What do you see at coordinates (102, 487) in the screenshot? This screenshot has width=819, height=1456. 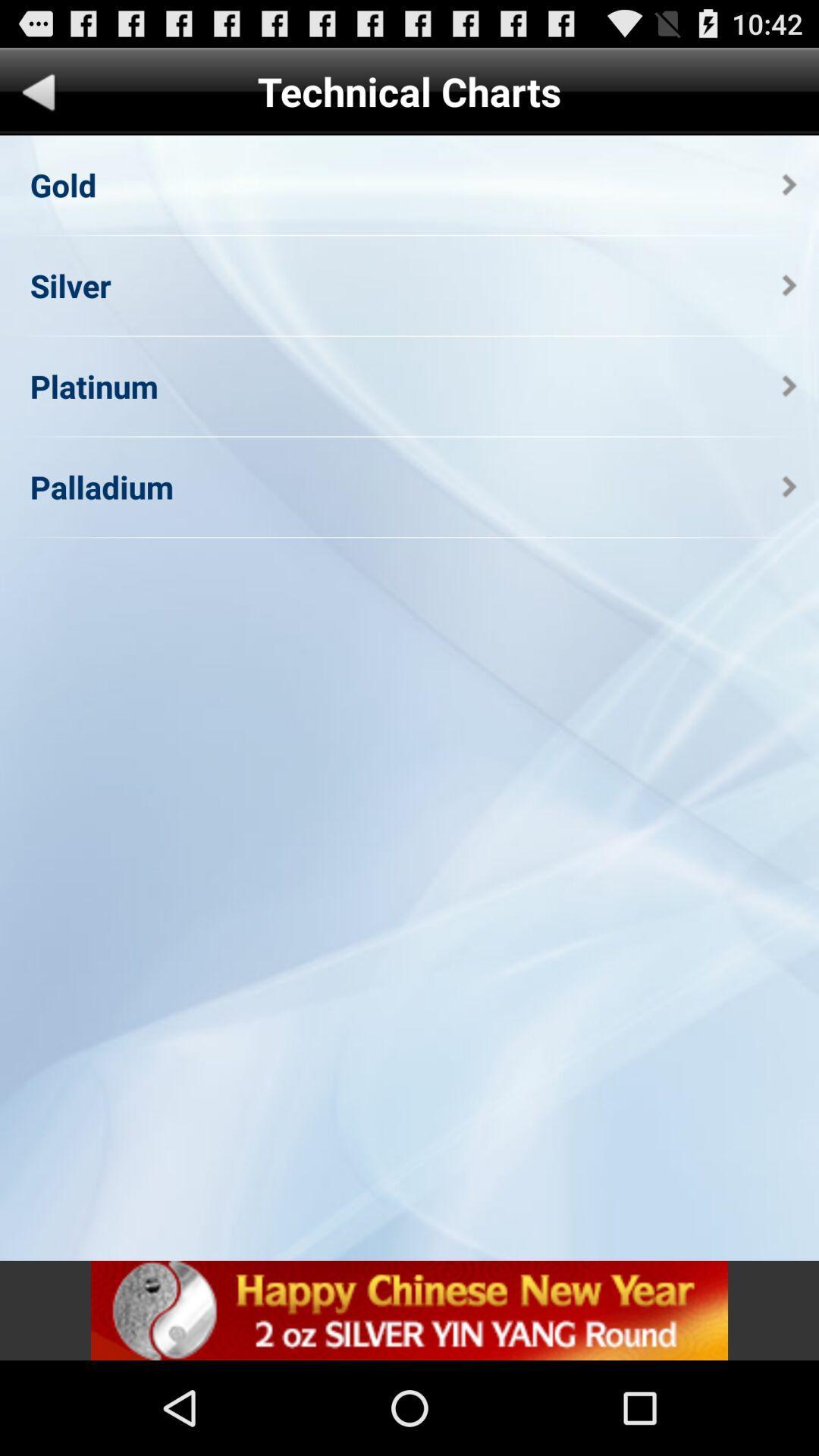 I see `the palladium` at bounding box center [102, 487].